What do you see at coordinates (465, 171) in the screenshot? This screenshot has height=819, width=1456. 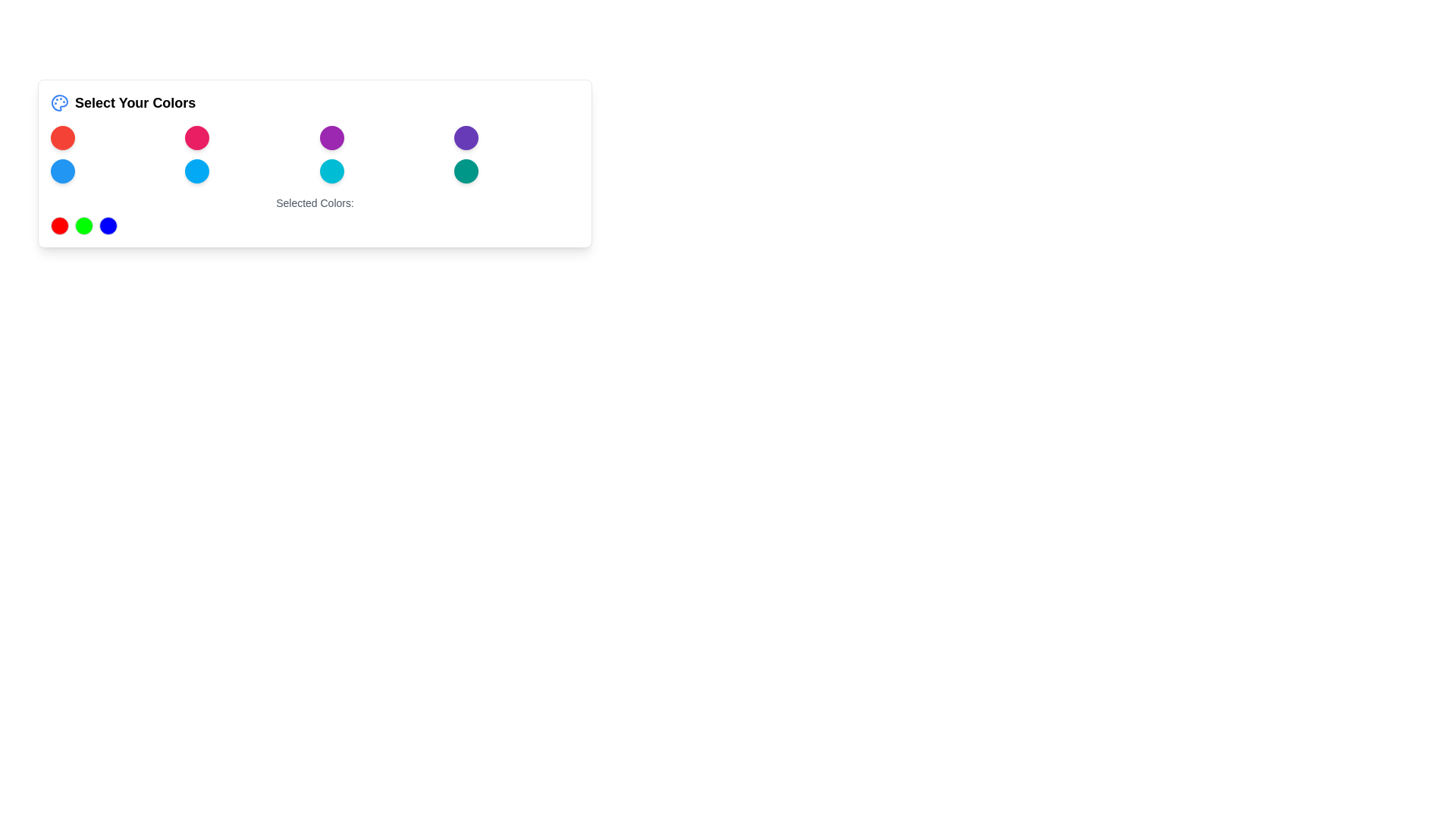 I see `the eighth circular button with a teal background color` at bounding box center [465, 171].